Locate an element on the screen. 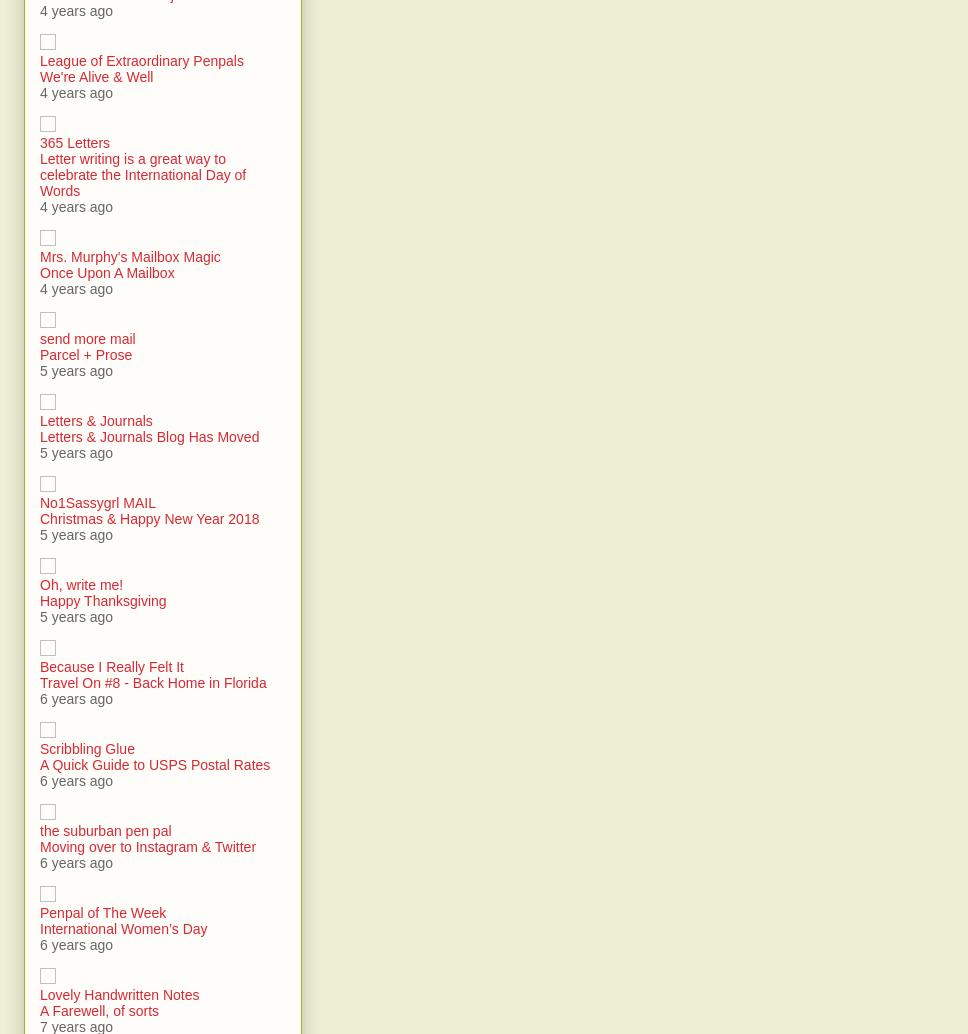 Image resolution: width=968 pixels, height=1034 pixels. '365 Letters' is located at coordinates (39, 143).